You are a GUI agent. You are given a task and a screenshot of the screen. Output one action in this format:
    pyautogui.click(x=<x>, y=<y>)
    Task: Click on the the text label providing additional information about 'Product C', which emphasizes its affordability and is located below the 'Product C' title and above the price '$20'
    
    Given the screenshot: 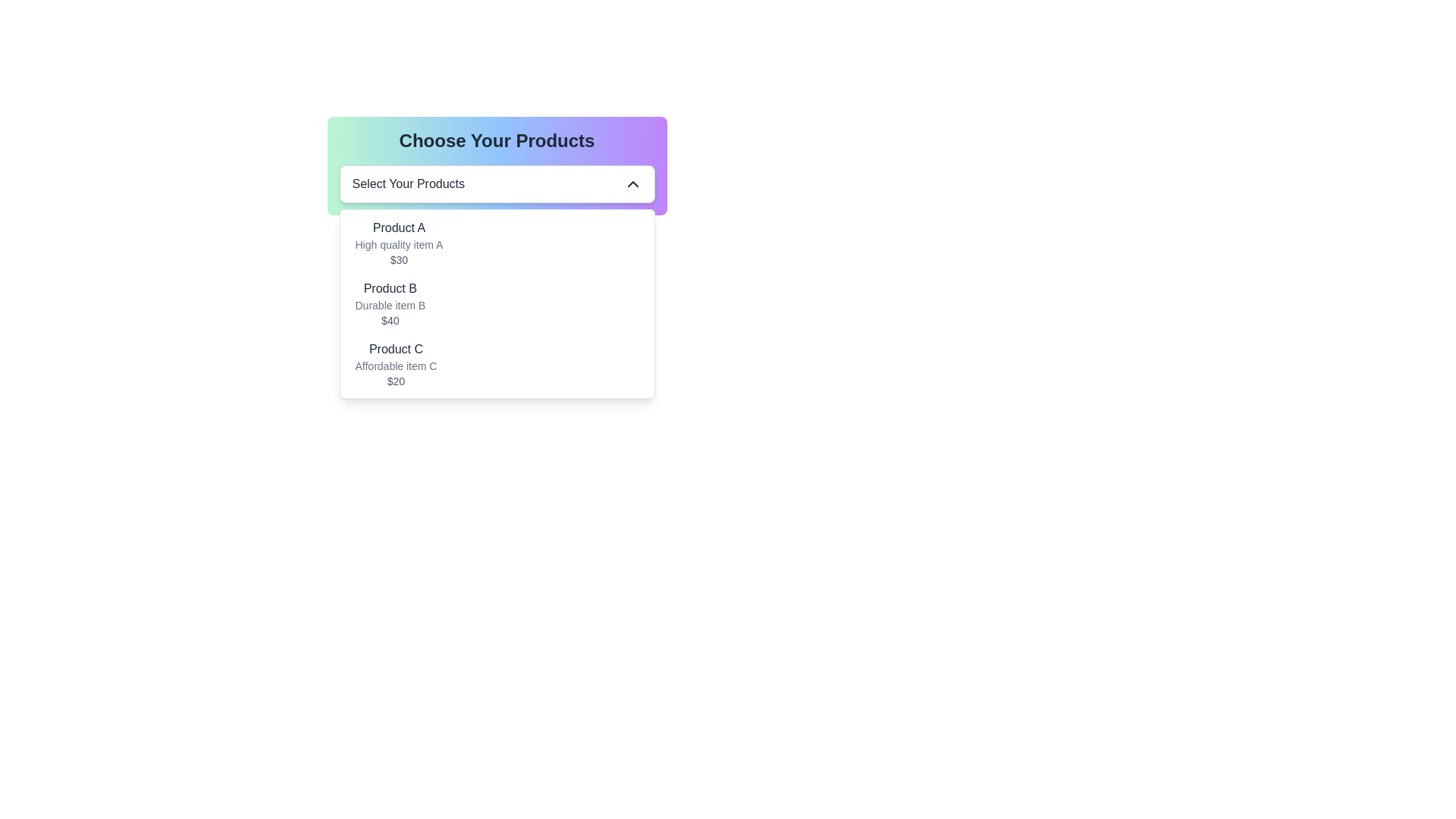 What is the action you would take?
    pyautogui.click(x=396, y=366)
    